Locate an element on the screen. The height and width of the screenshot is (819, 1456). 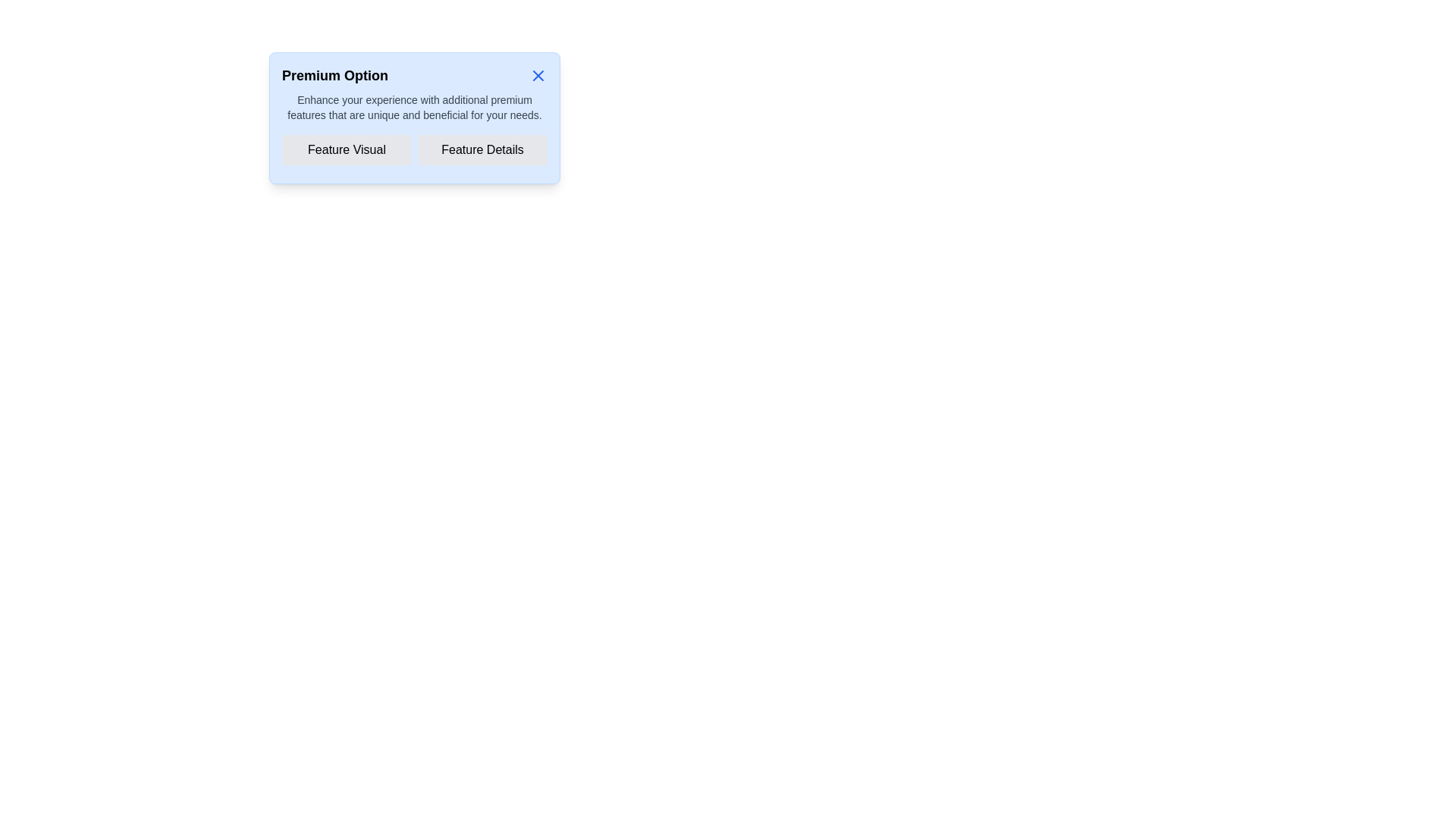
the promotional message text block encouraging users is located at coordinates (415, 107).